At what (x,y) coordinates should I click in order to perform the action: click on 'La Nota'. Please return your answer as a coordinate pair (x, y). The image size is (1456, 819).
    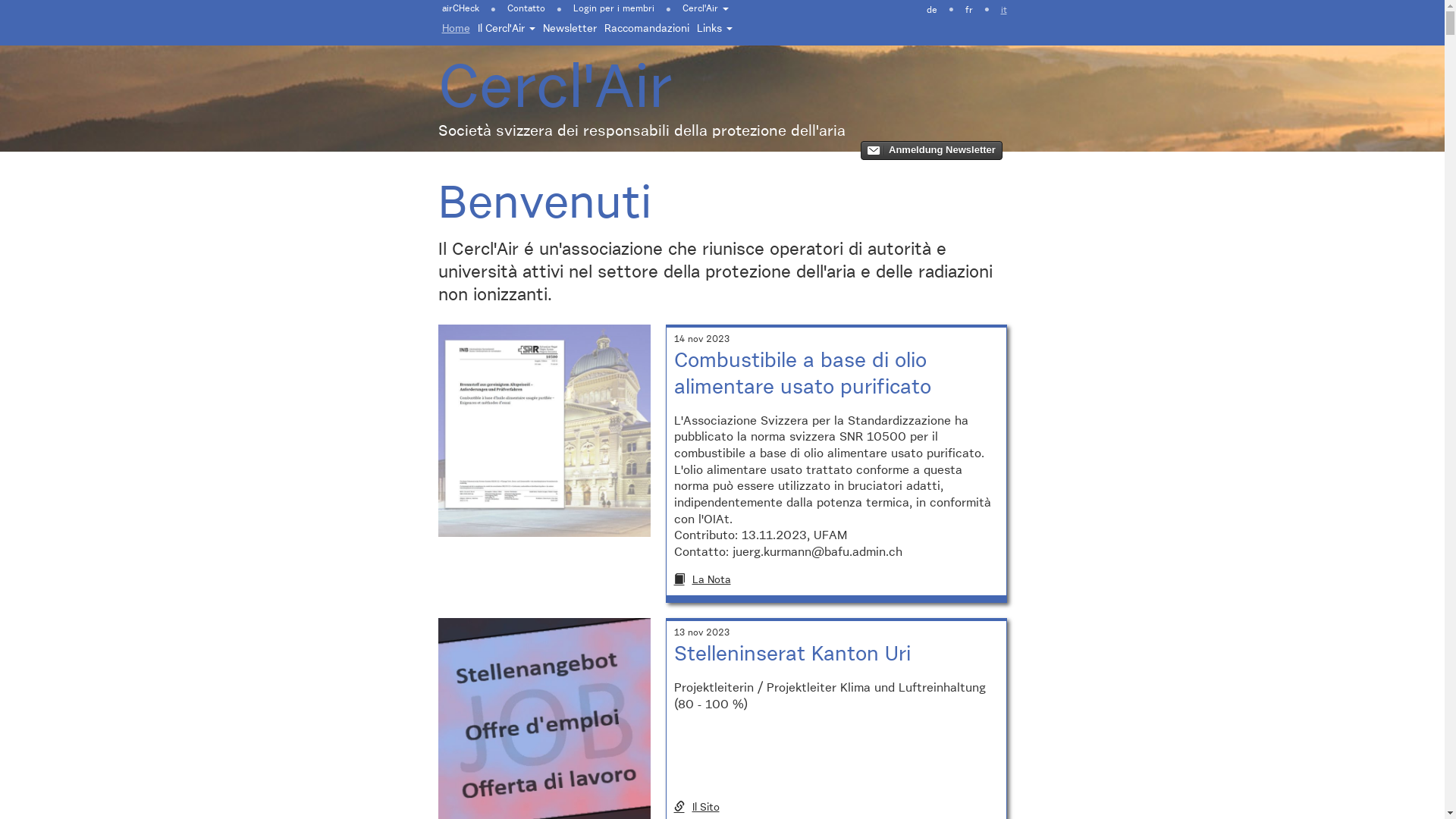
    Looking at the image, I should click on (835, 579).